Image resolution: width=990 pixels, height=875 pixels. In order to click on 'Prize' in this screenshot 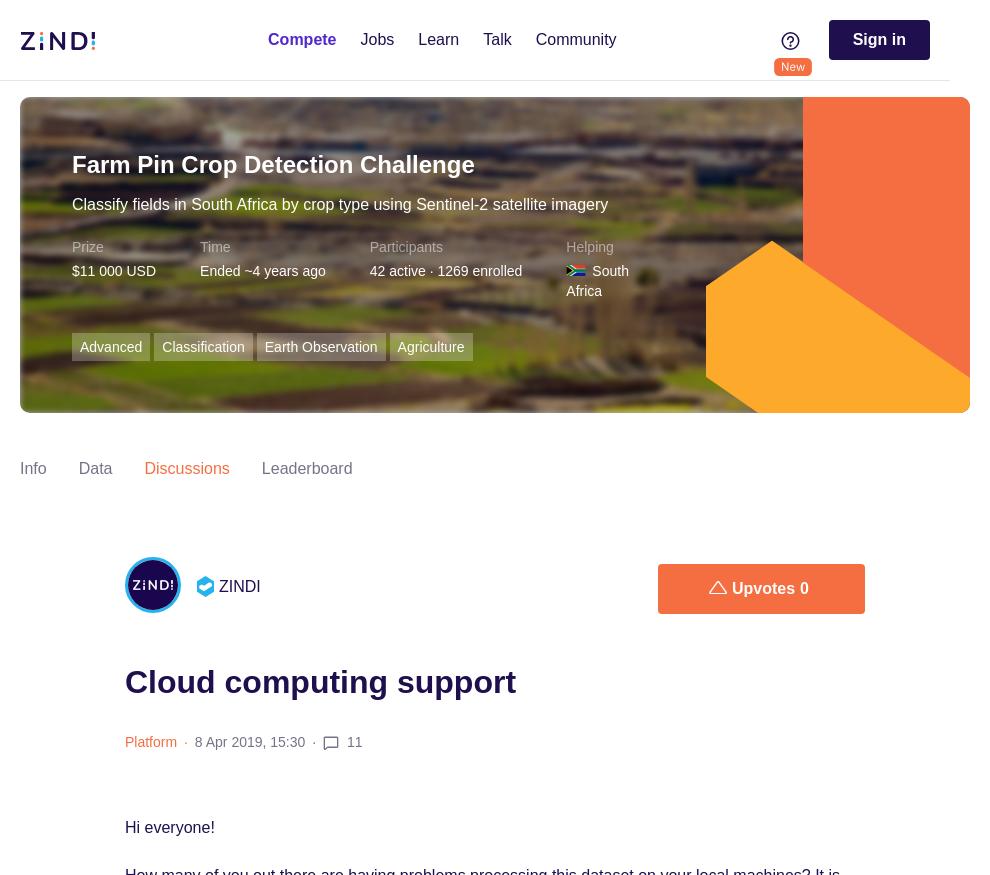, I will do `click(87, 247)`.